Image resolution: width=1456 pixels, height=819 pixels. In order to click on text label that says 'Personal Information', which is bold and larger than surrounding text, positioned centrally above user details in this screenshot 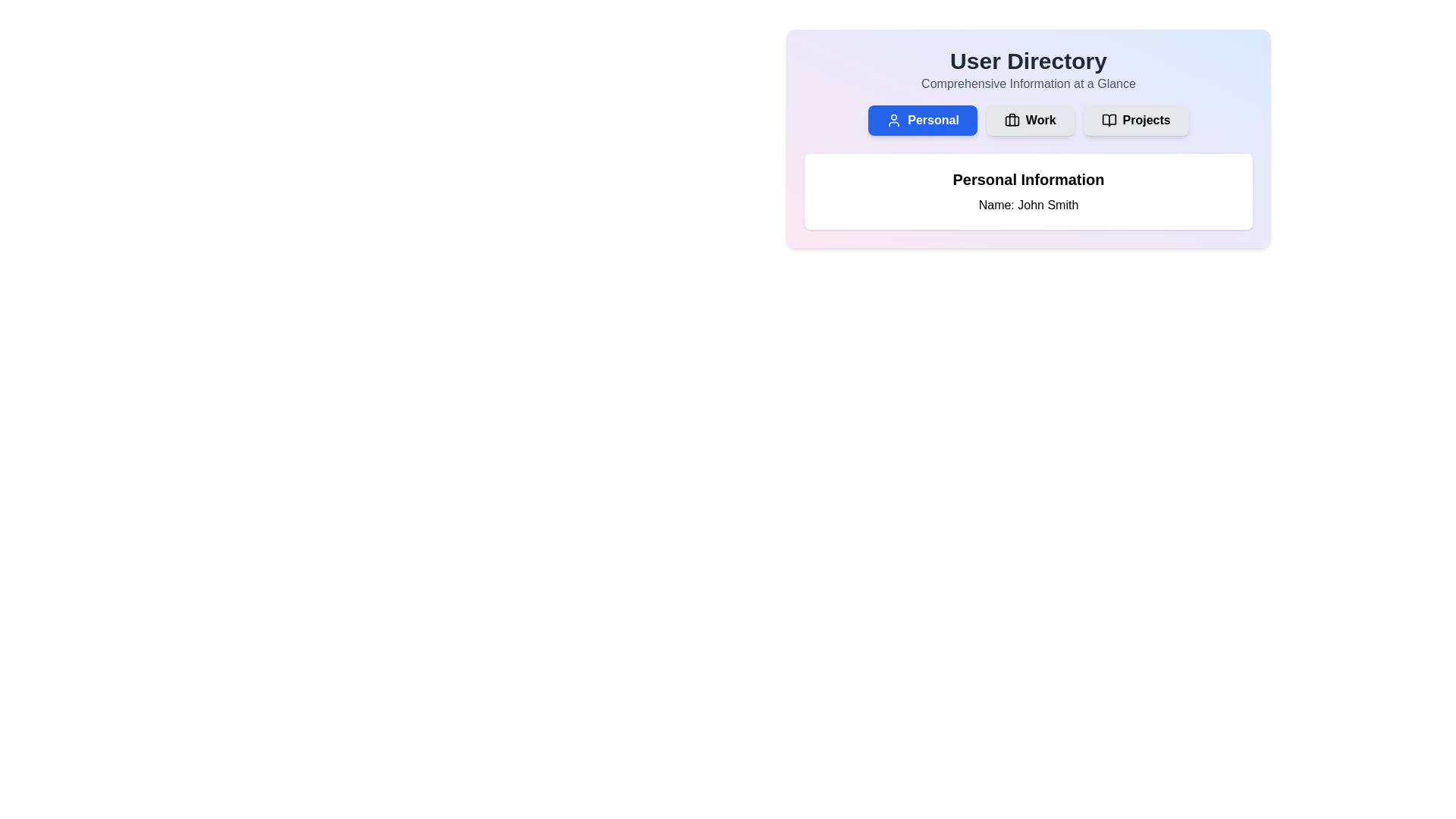, I will do `click(1028, 178)`.